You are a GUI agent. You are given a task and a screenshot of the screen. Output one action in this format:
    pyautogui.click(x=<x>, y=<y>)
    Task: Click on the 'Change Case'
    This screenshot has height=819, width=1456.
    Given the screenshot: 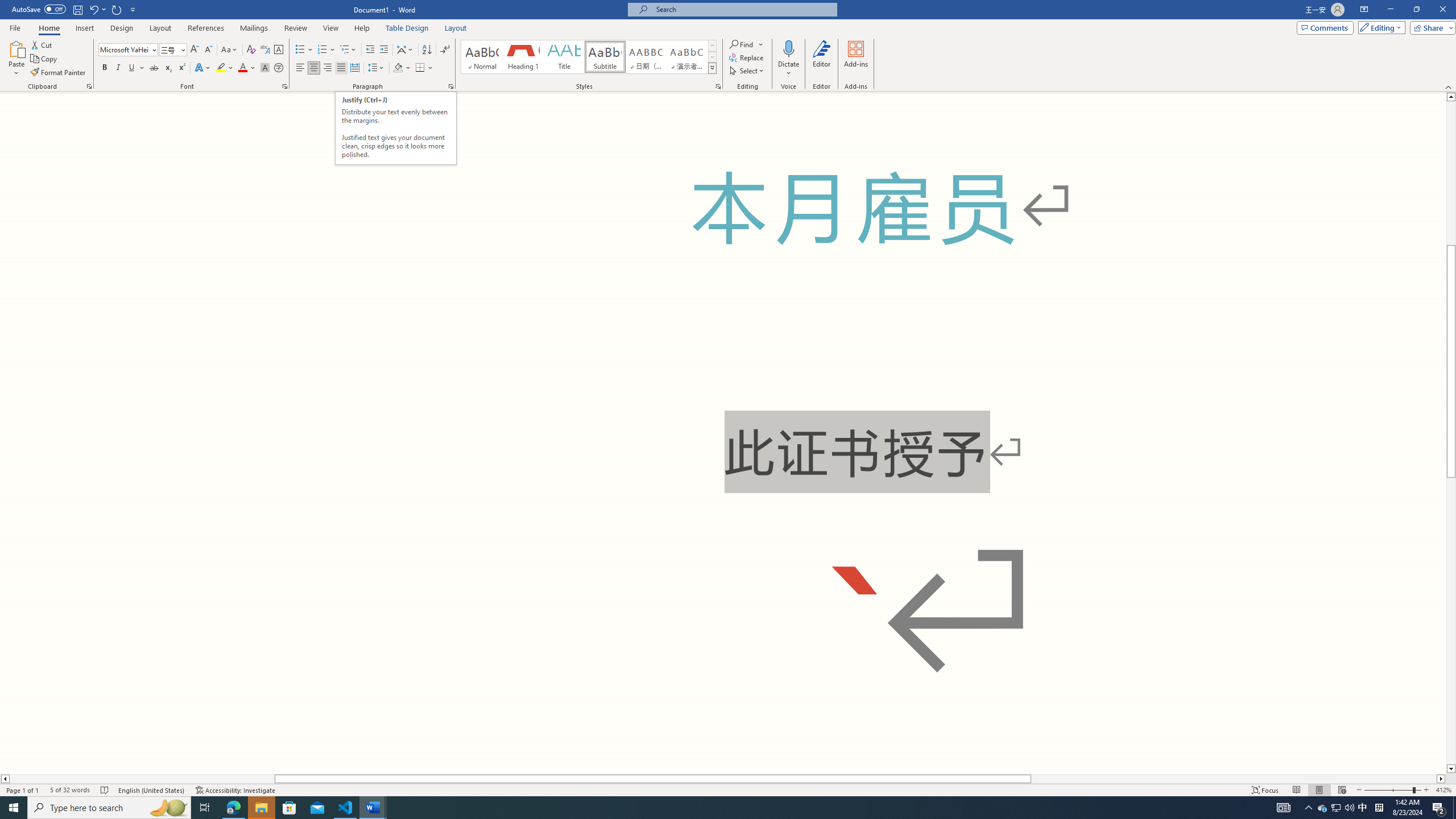 What is the action you would take?
    pyautogui.click(x=229, y=49)
    